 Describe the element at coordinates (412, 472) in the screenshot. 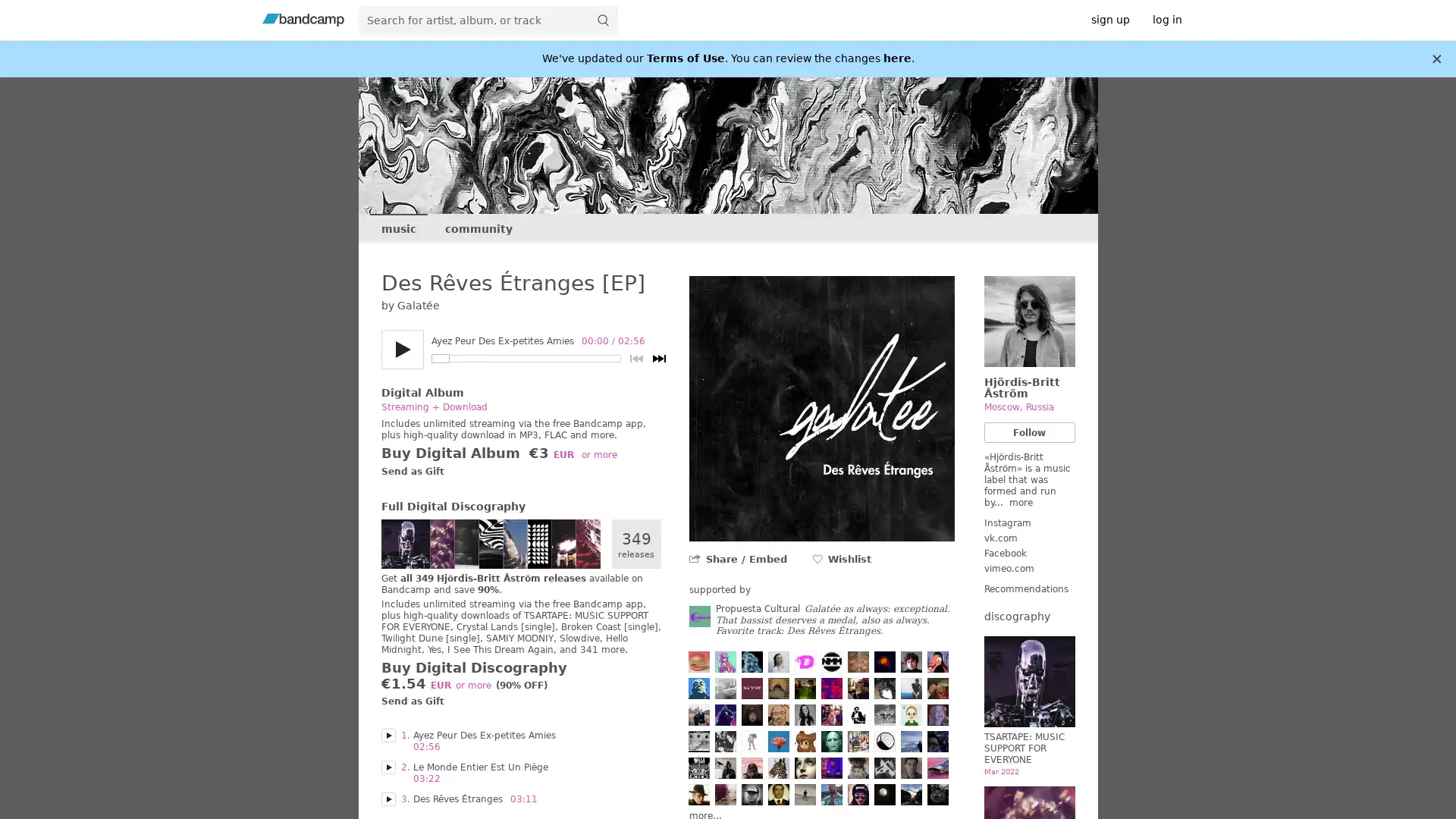

I see `Send as Gift` at that location.